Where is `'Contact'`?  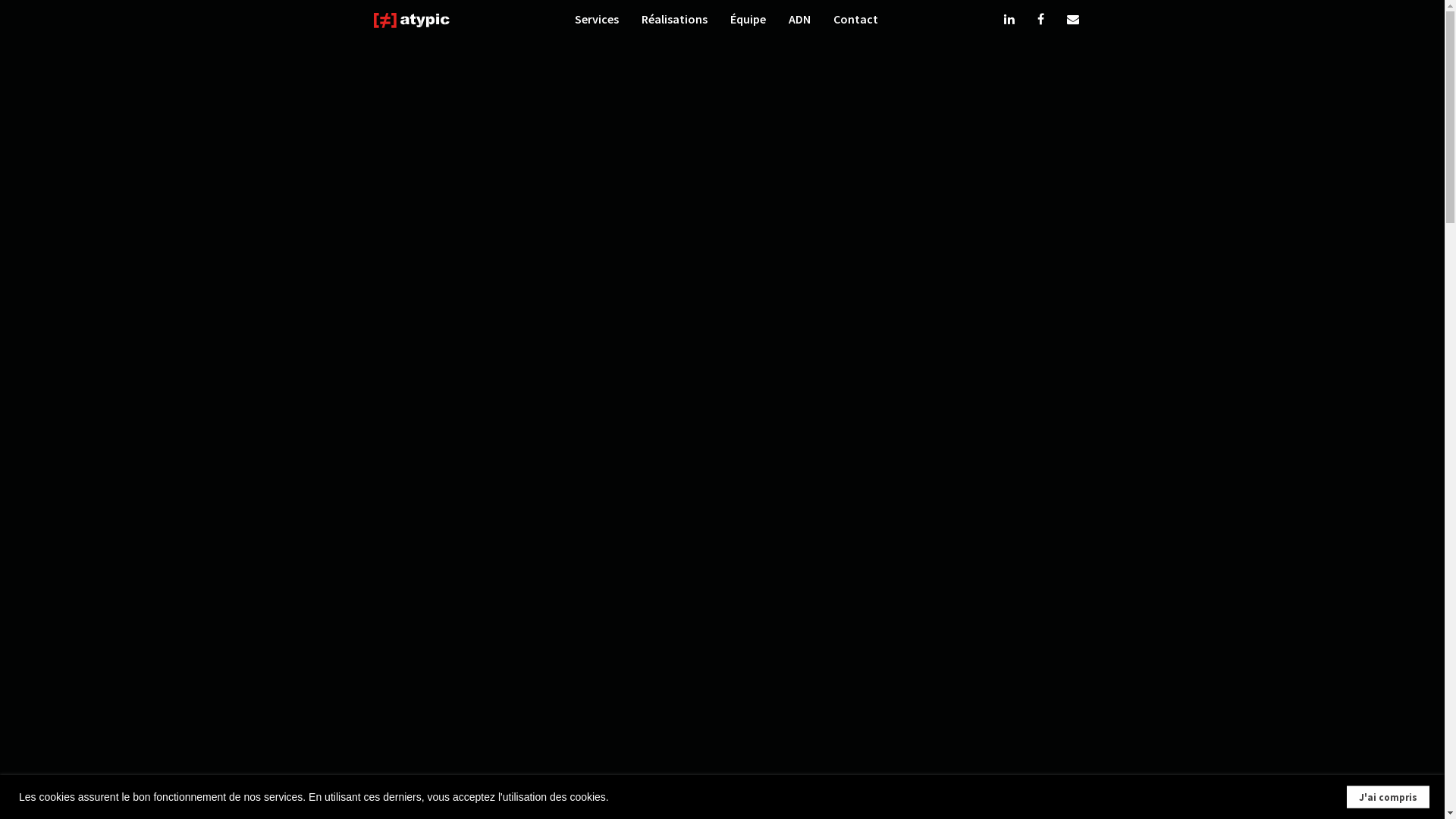 'Contact' is located at coordinates (855, 20).